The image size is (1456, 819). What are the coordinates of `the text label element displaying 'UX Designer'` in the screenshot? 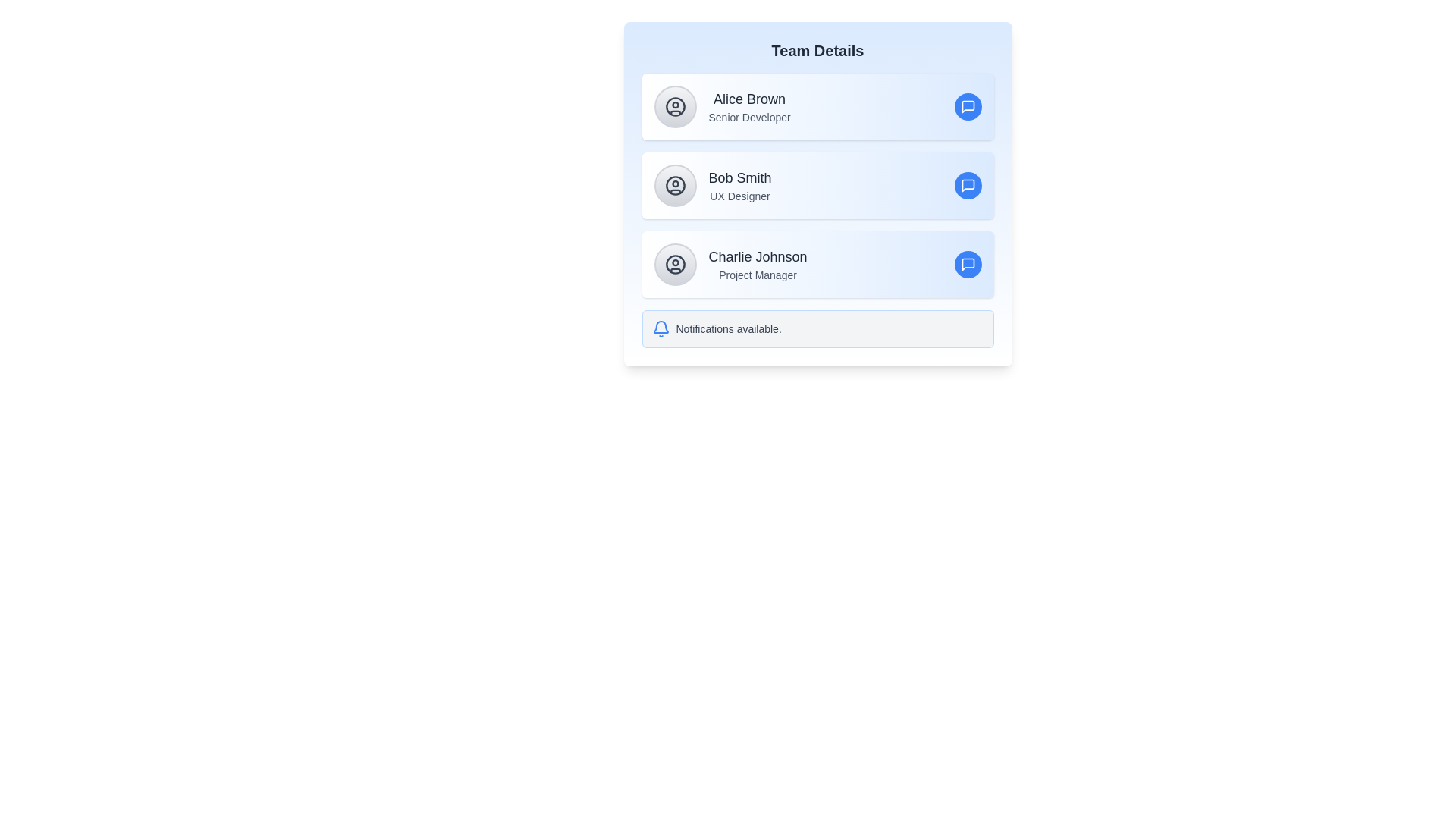 It's located at (739, 195).